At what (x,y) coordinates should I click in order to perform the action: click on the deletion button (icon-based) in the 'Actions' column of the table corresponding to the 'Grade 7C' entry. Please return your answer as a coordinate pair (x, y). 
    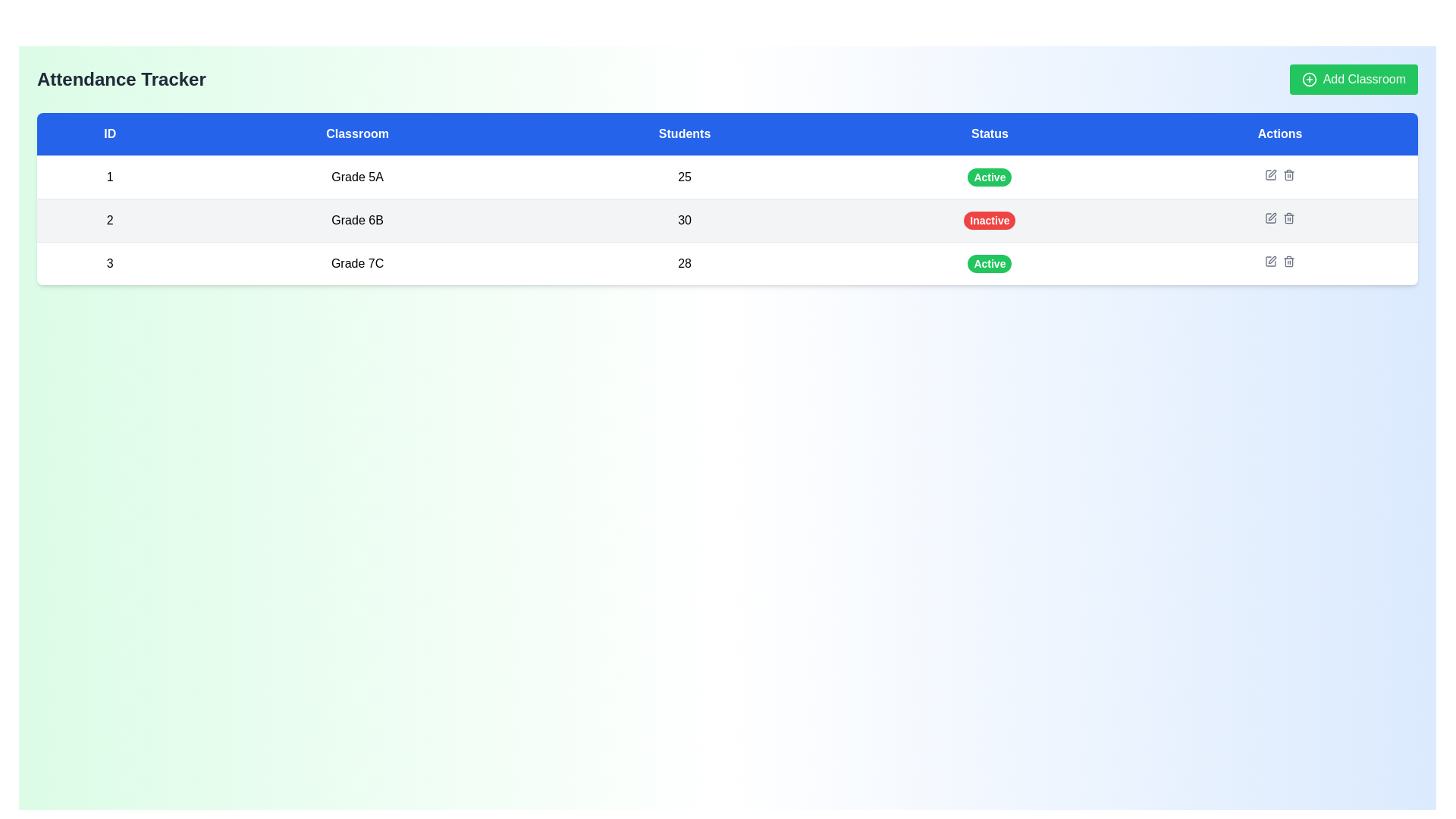
    Looking at the image, I should click on (1288, 260).